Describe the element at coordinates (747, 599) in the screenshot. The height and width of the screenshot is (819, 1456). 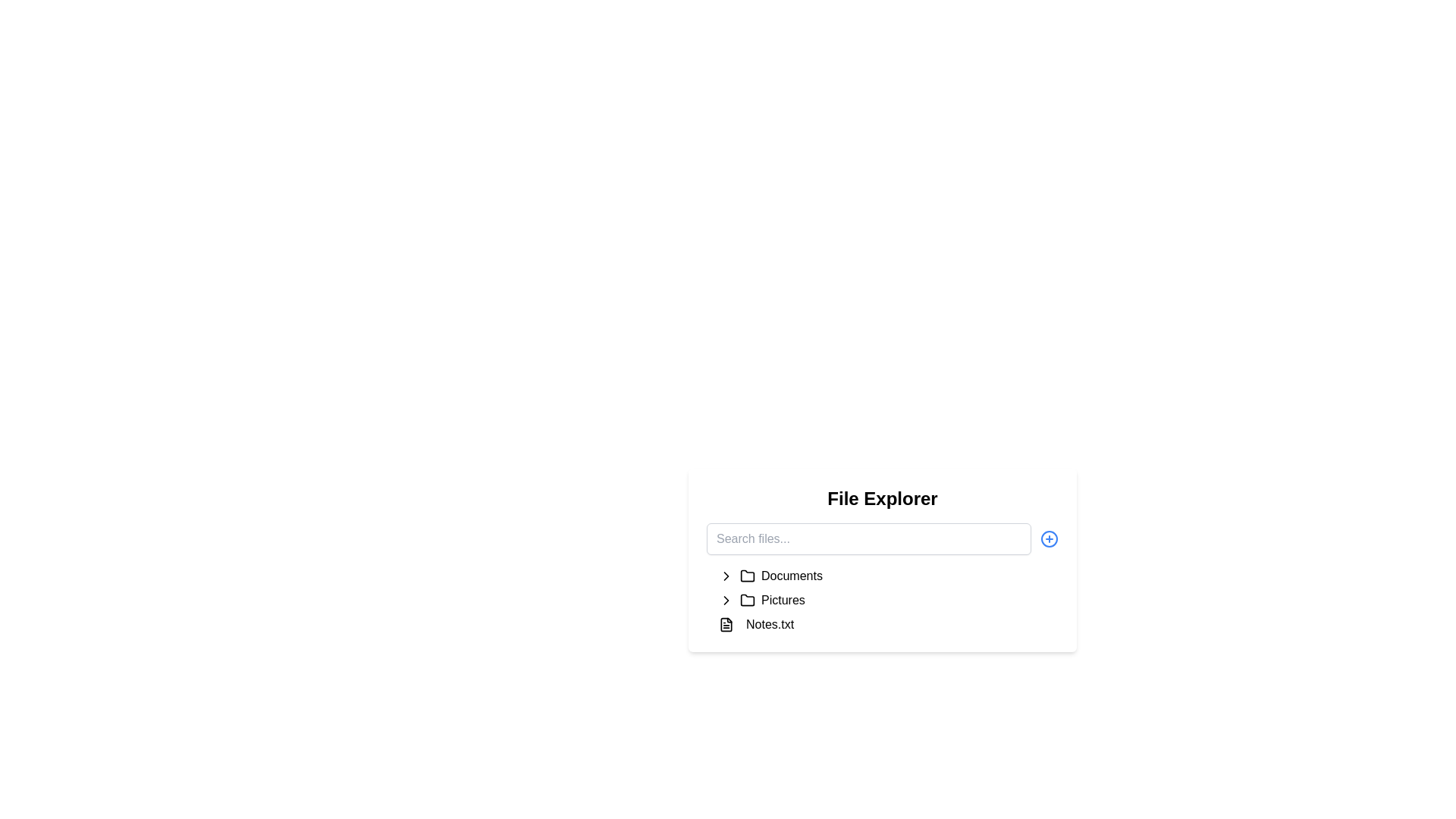
I see `the folder icon for 'Pictures', which is the second icon from the left in a file explorer list` at that location.